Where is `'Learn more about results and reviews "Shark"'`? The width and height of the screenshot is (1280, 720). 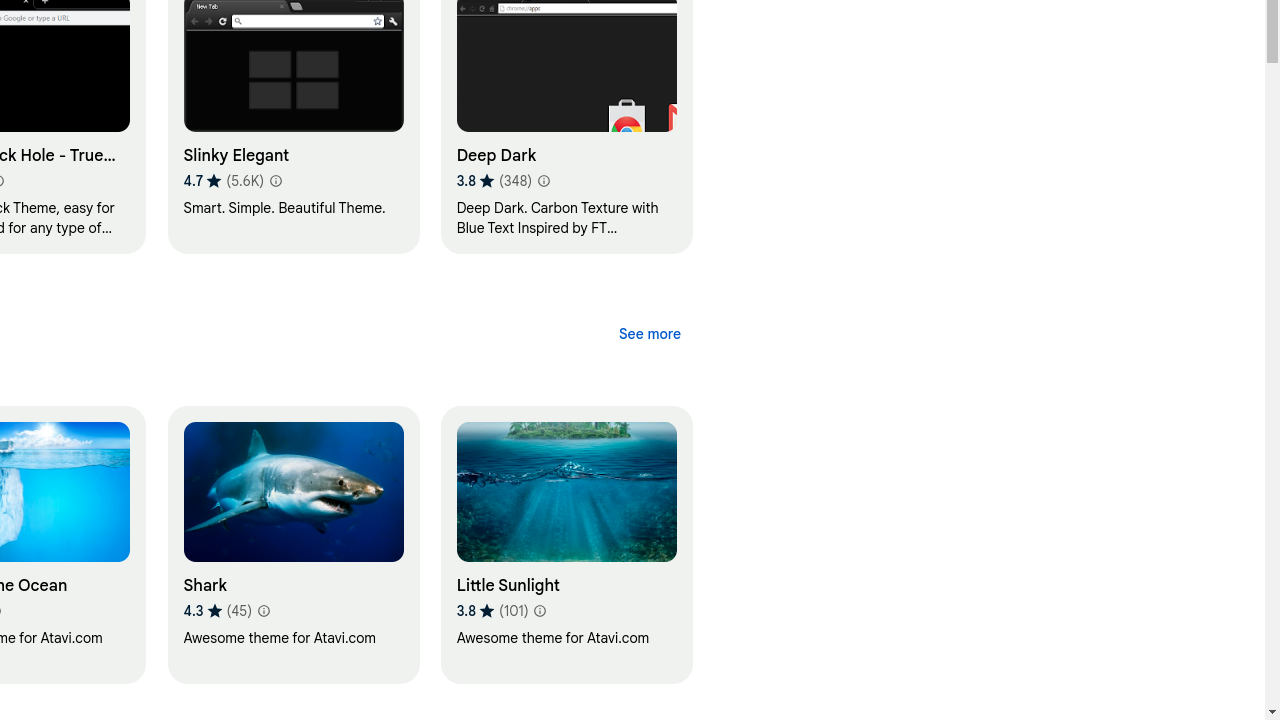 'Learn more about results and reviews "Shark"' is located at coordinates (262, 609).